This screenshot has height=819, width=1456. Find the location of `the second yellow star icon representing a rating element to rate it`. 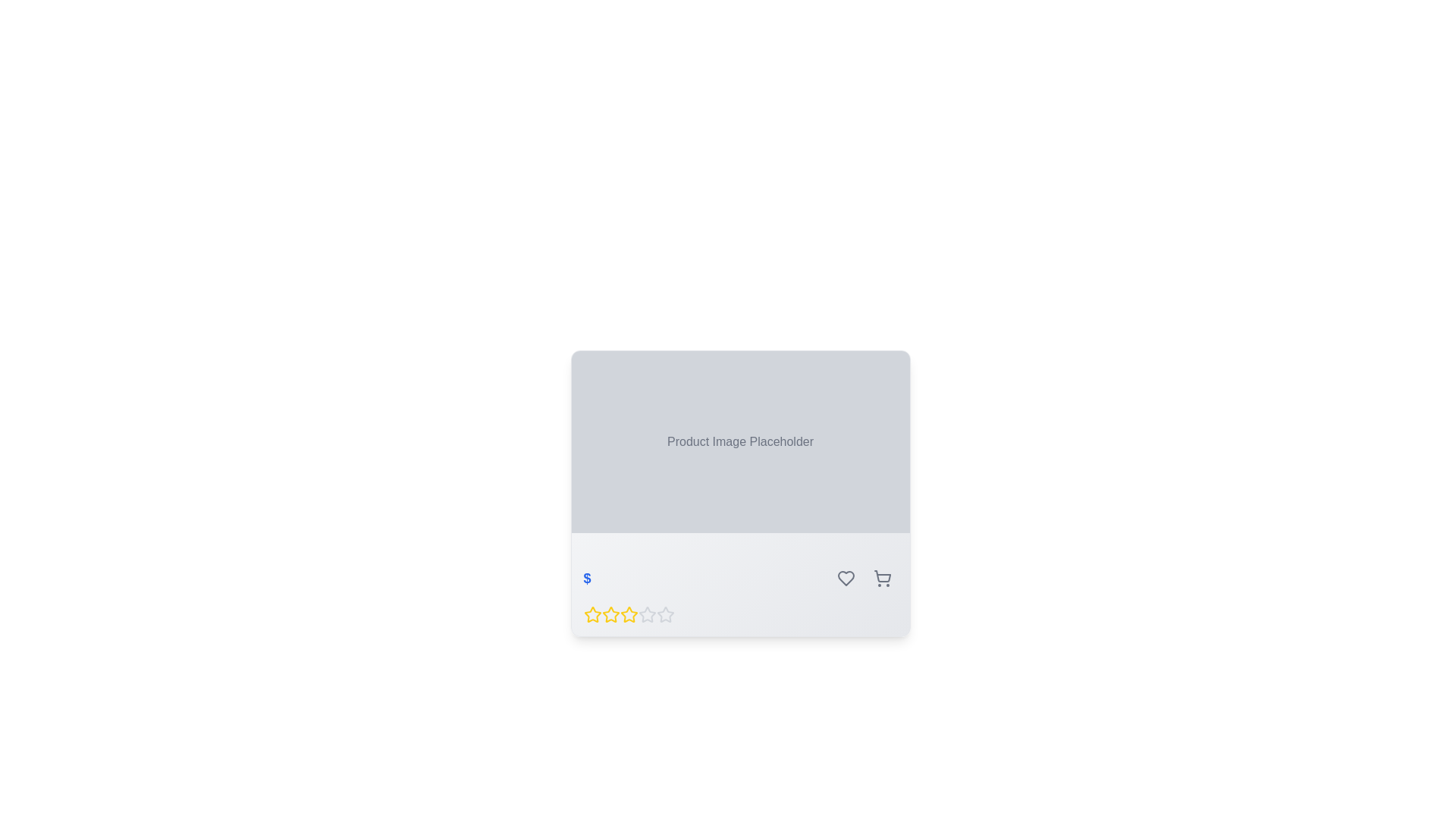

the second yellow star icon representing a rating element to rate it is located at coordinates (610, 614).